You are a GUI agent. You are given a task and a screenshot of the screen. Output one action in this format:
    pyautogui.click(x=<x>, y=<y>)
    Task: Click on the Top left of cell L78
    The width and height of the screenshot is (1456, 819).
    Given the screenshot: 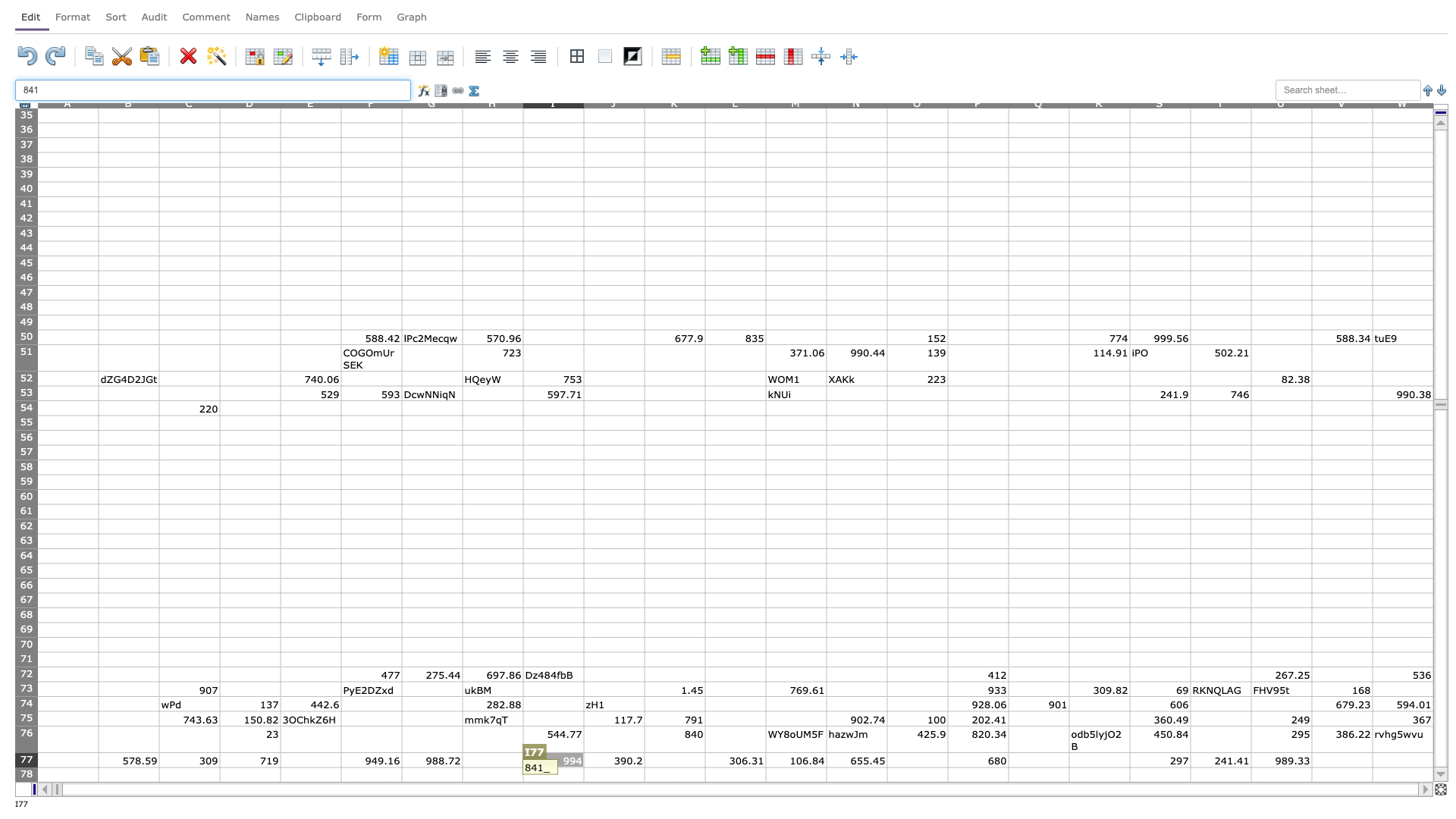 What is the action you would take?
    pyautogui.click(x=704, y=767)
    